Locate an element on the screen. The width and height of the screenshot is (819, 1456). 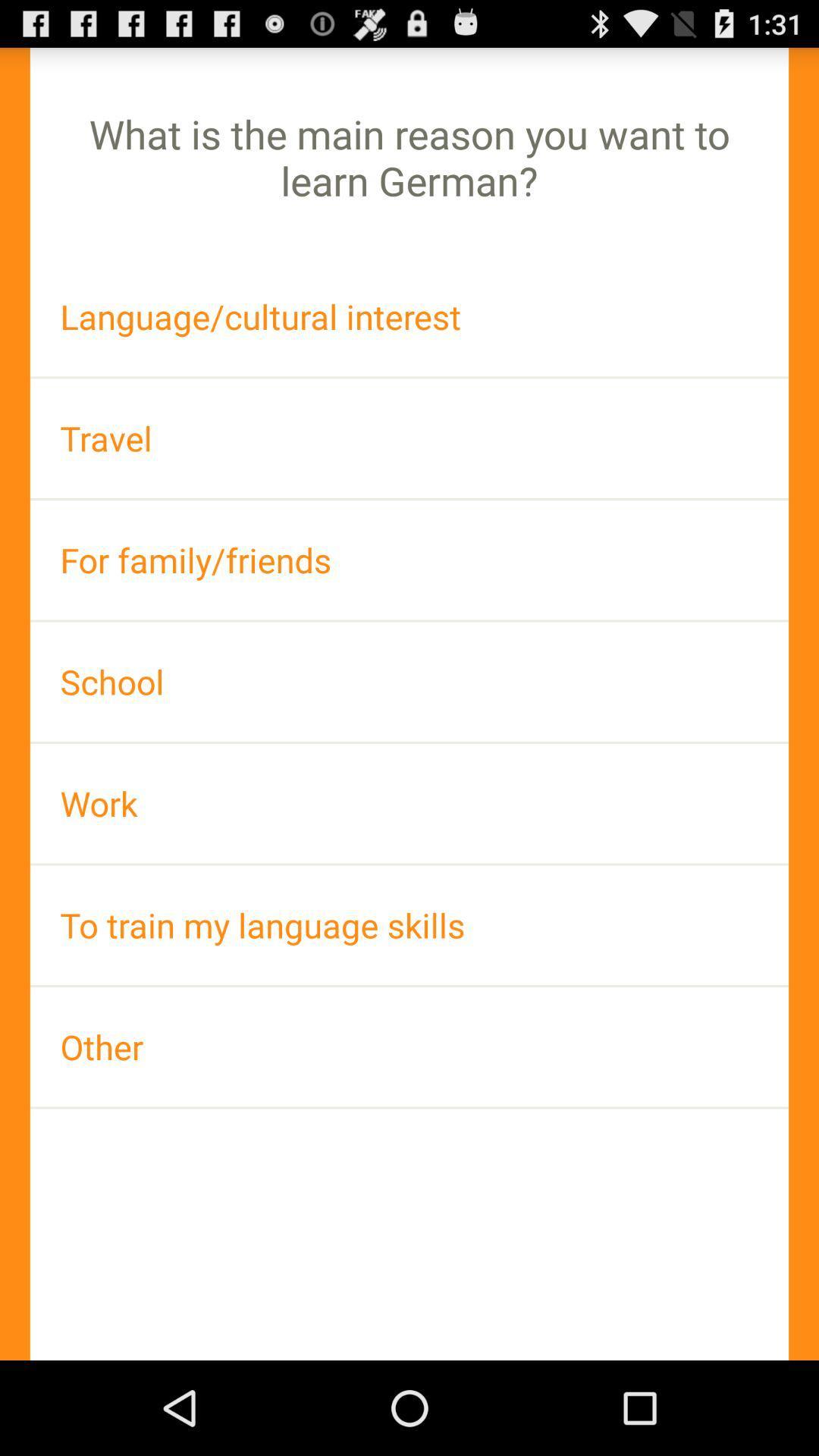
other app is located at coordinates (409, 1046).